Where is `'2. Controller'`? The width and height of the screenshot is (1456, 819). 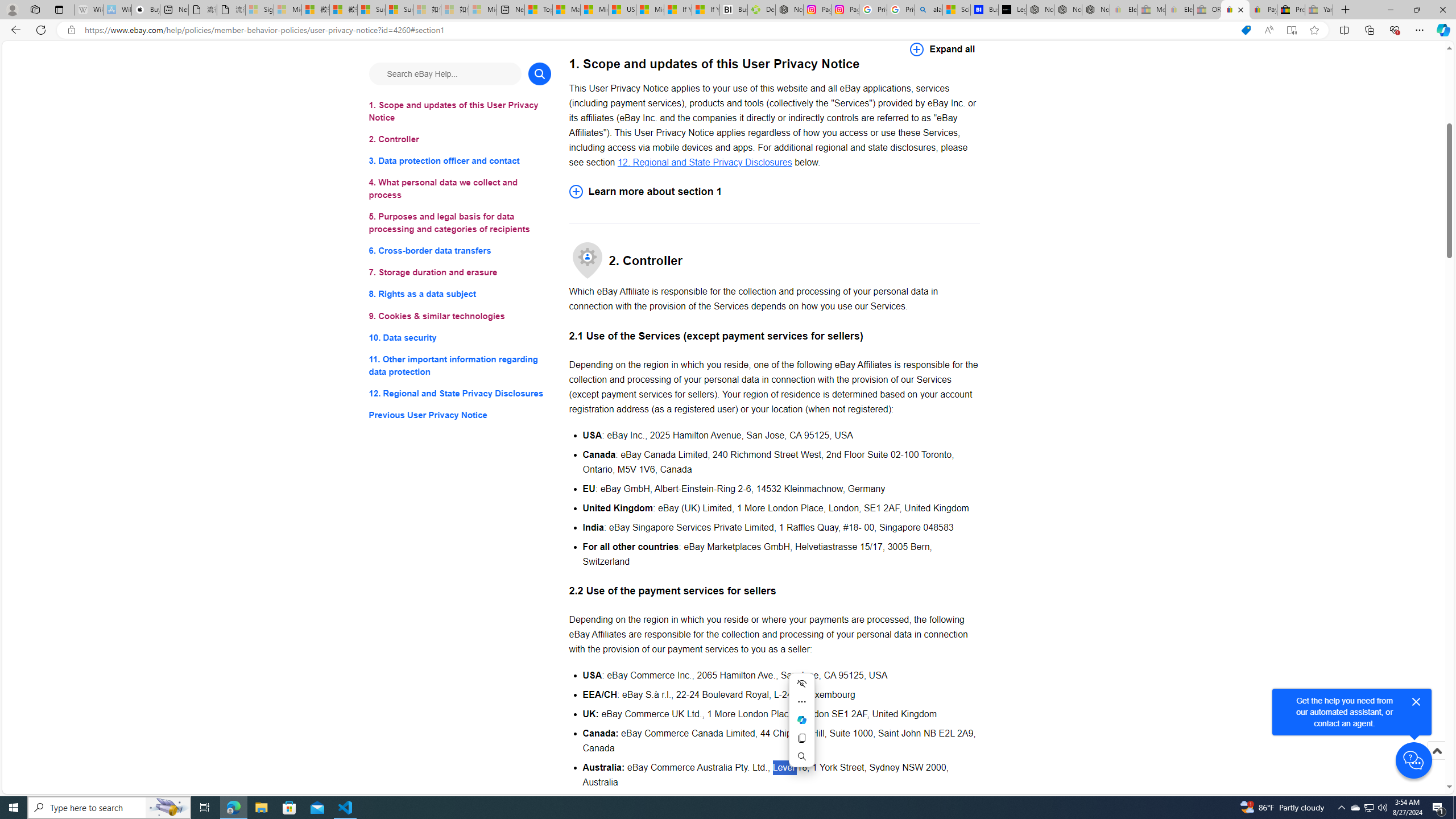 '2. Controller' is located at coordinates (459, 139).